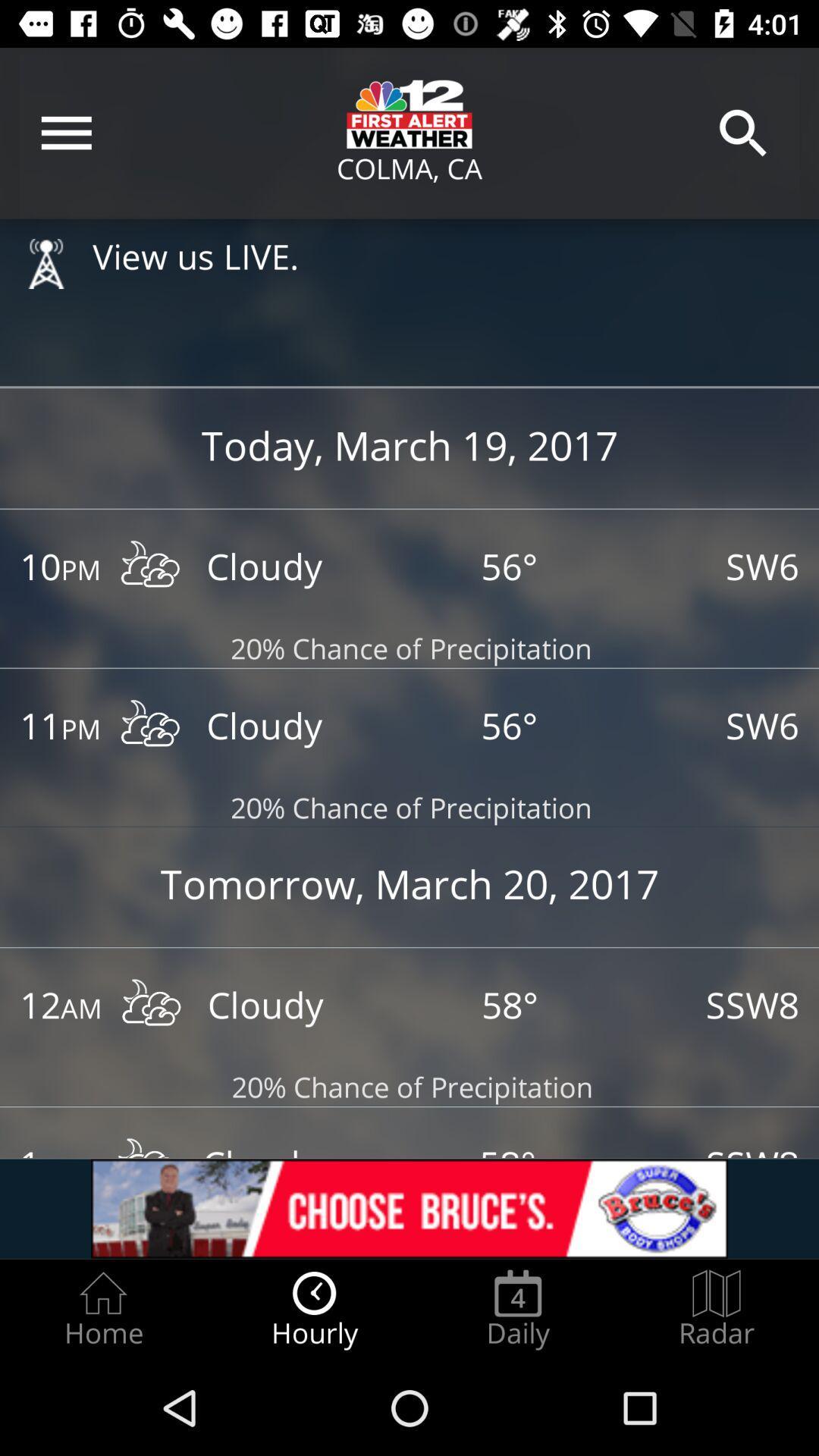 The width and height of the screenshot is (819, 1456). I want to click on icon left side of view us live, so click(45, 263).